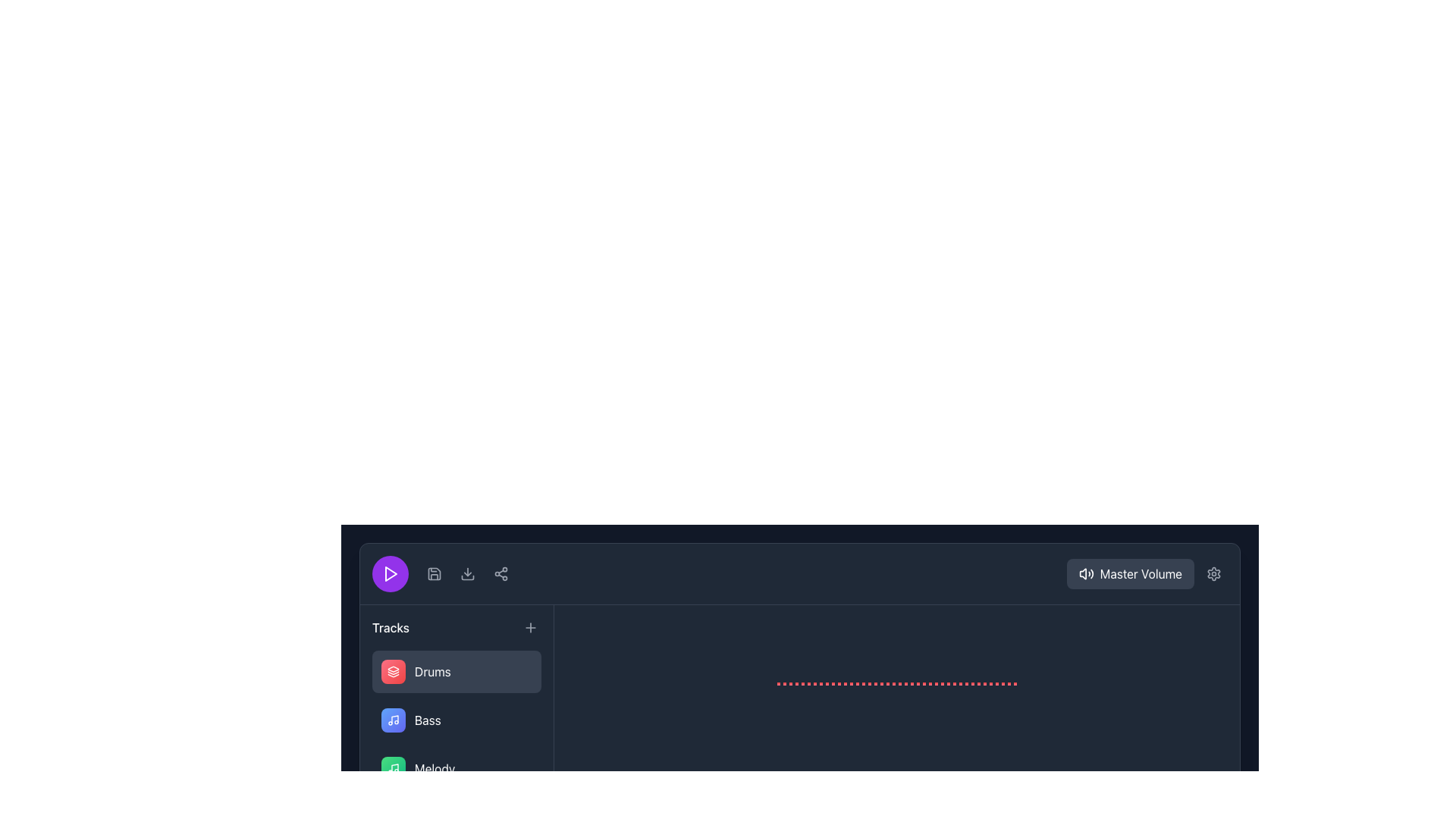 Image resolution: width=1456 pixels, height=819 pixels. What do you see at coordinates (1147, 573) in the screenshot?
I see `the 'Master Volume' interactive button located in the top-right corner of the control bar` at bounding box center [1147, 573].